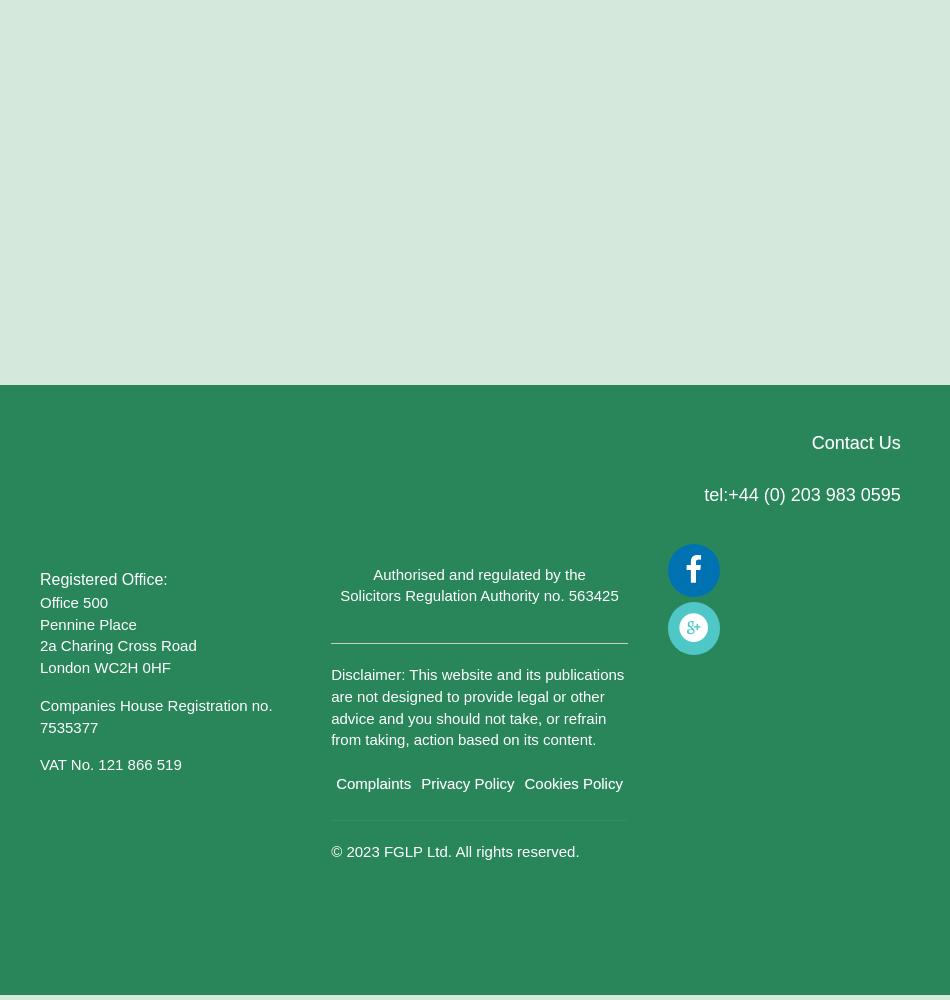 Image resolution: width=950 pixels, height=1000 pixels. What do you see at coordinates (372, 783) in the screenshot?
I see `'Complaints'` at bounding box center [372, 783].